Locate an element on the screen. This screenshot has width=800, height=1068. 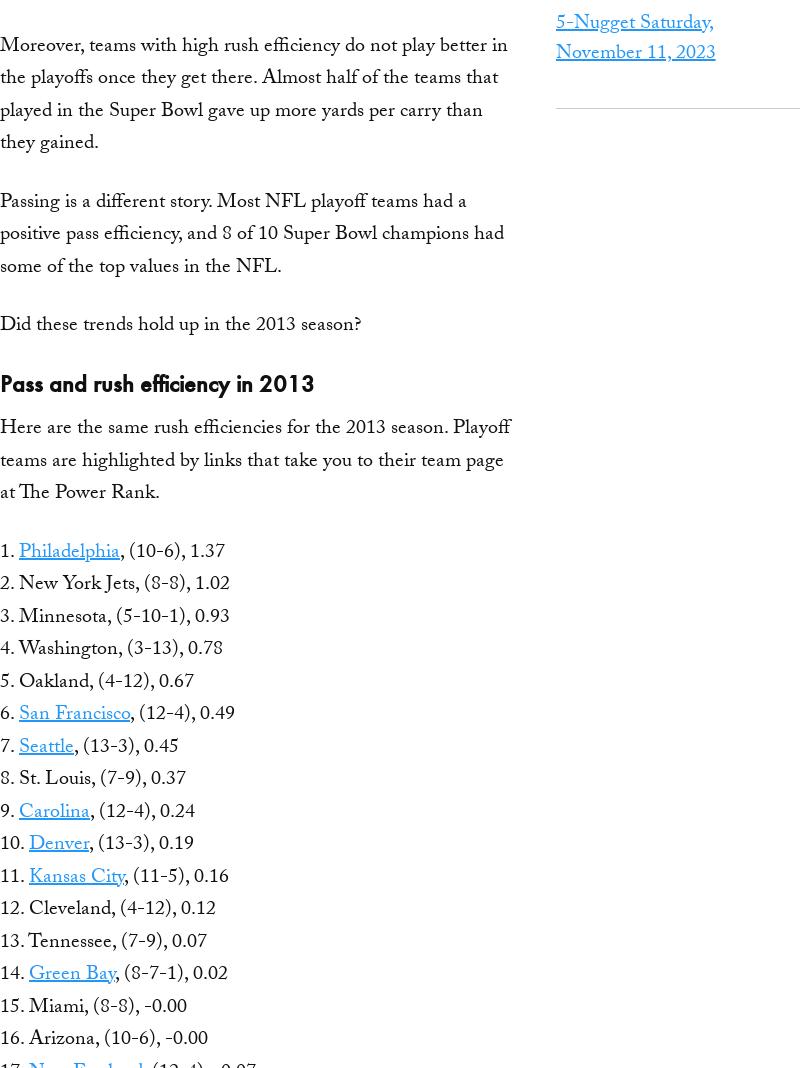
'9.' is located at coordinates (9, 811).